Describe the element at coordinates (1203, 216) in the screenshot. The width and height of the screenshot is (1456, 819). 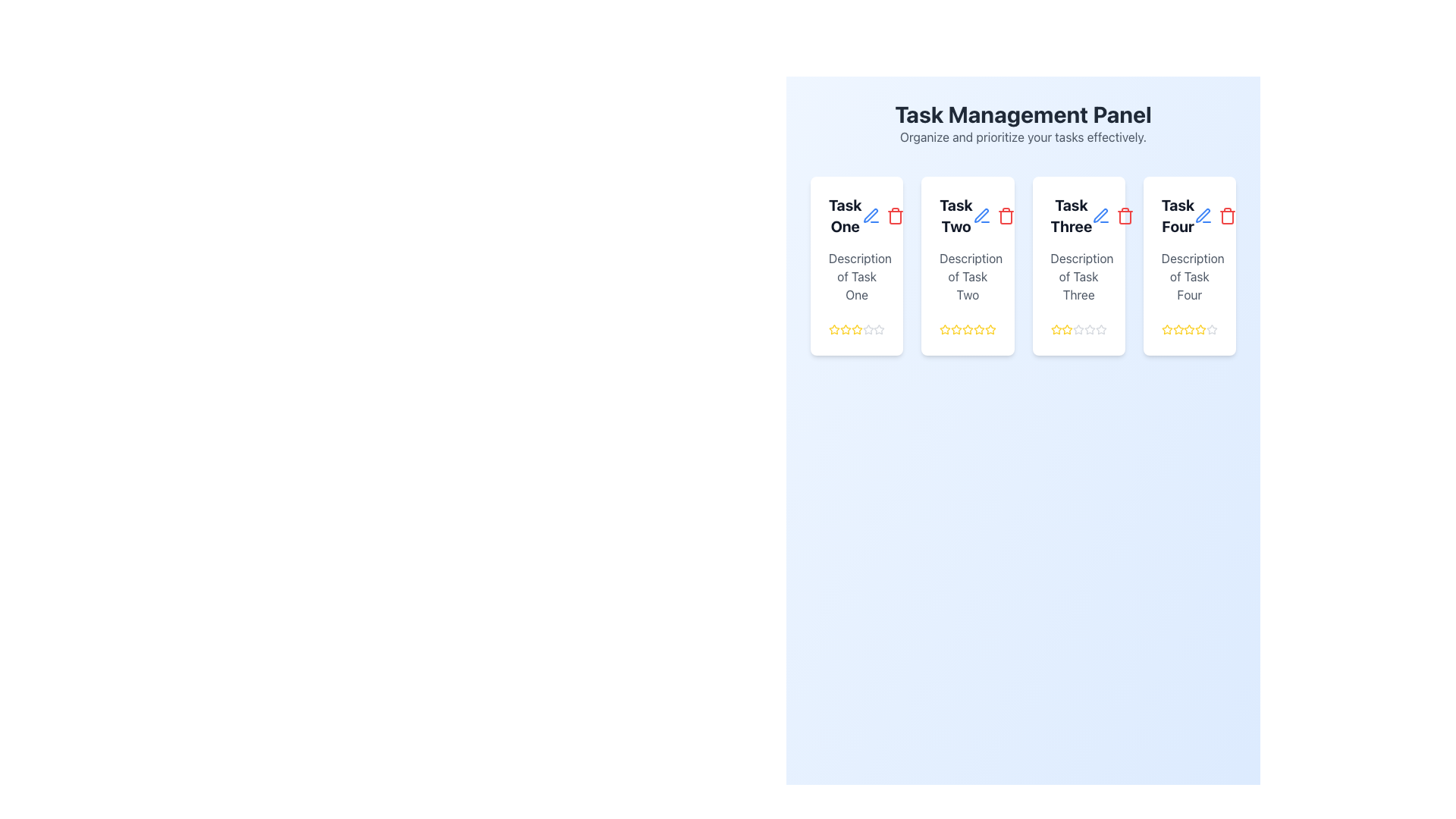
I see `the blue pen icon button in the top-right section of the 'Task Four' card to initiate the editing process` at that location.